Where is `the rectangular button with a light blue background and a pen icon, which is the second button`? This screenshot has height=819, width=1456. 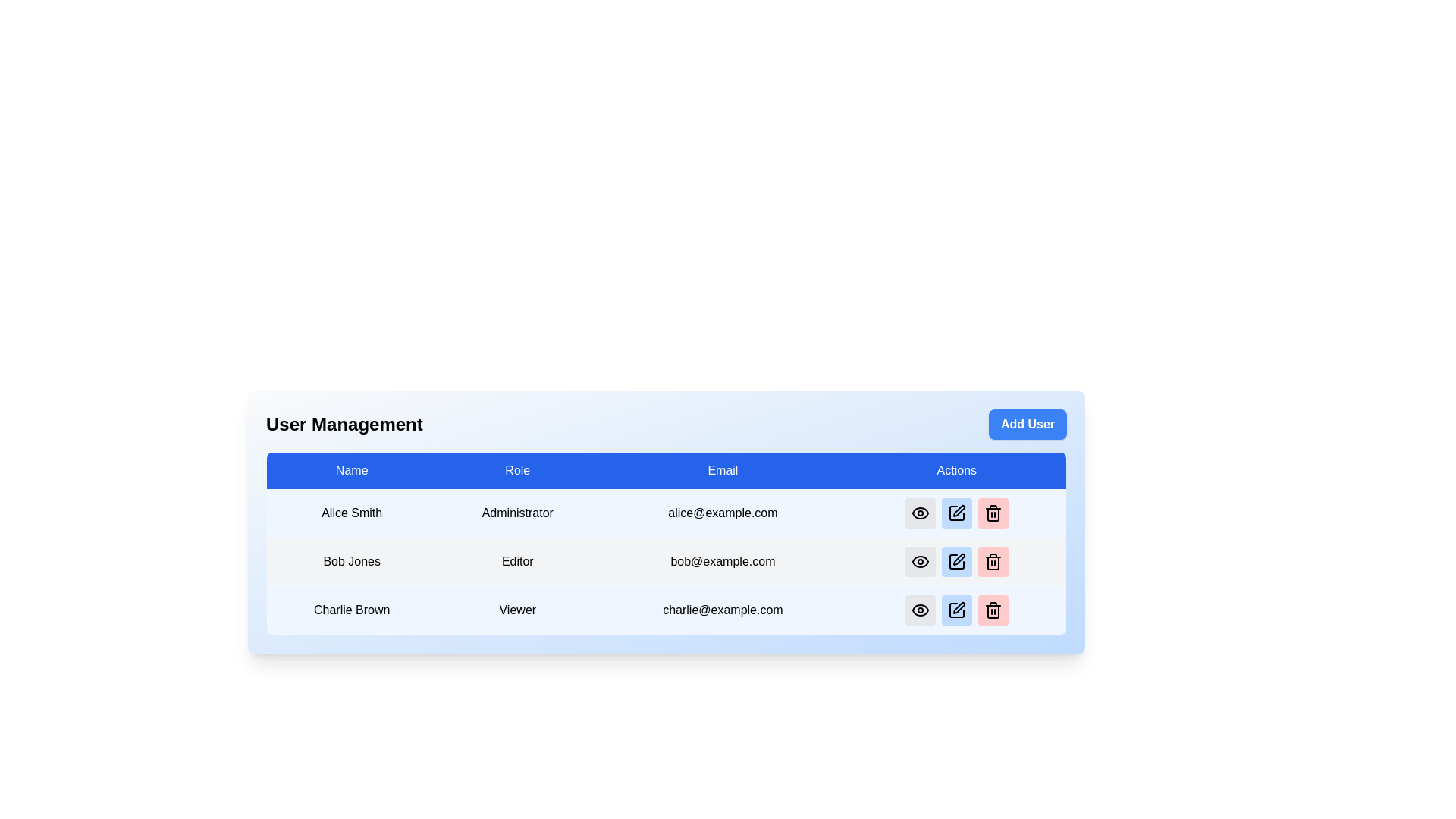
the rectangular button with a light blue background and a pen icon, which is the second button is located at coordinates (956, 610).